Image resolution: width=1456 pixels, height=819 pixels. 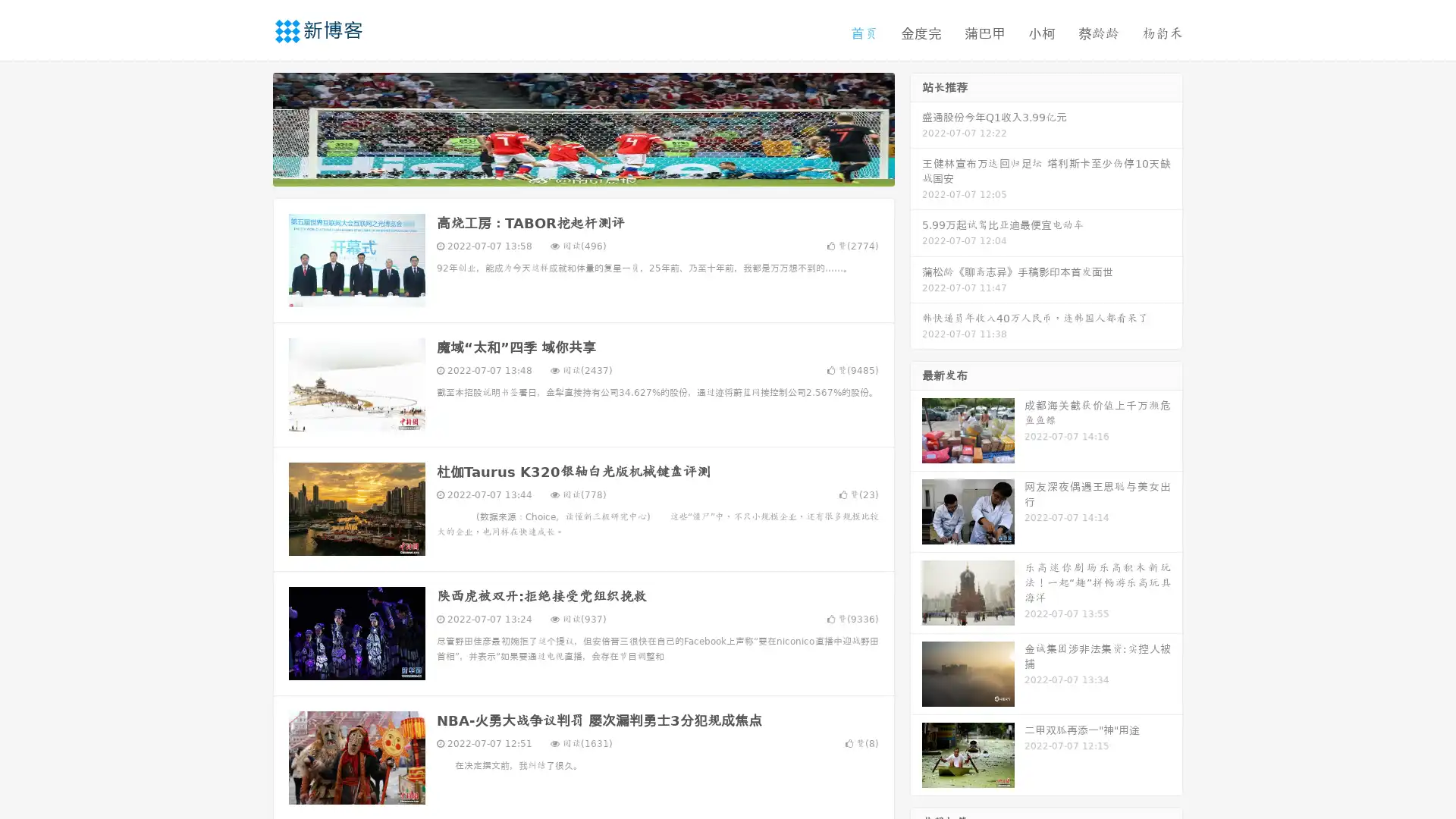 I want to click on Previous slide, so click(x=250, y=127).